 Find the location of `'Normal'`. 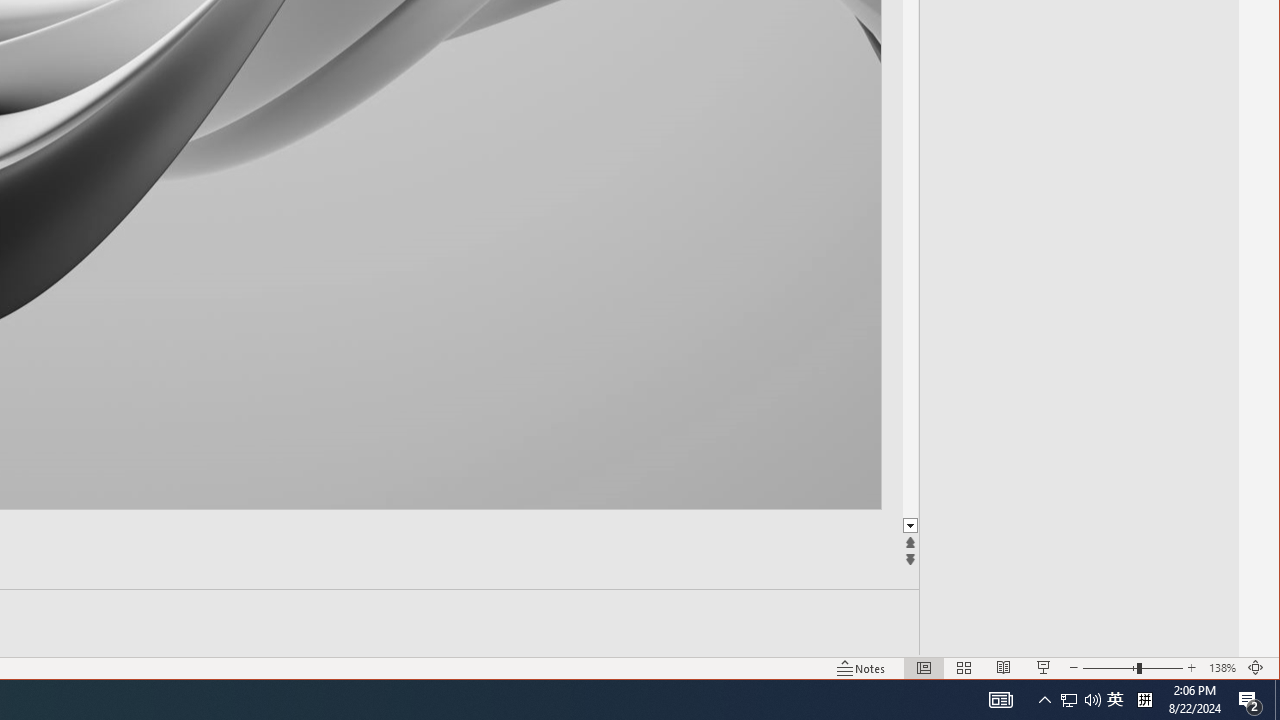

'Normal' is located at coordinates (923, 668).